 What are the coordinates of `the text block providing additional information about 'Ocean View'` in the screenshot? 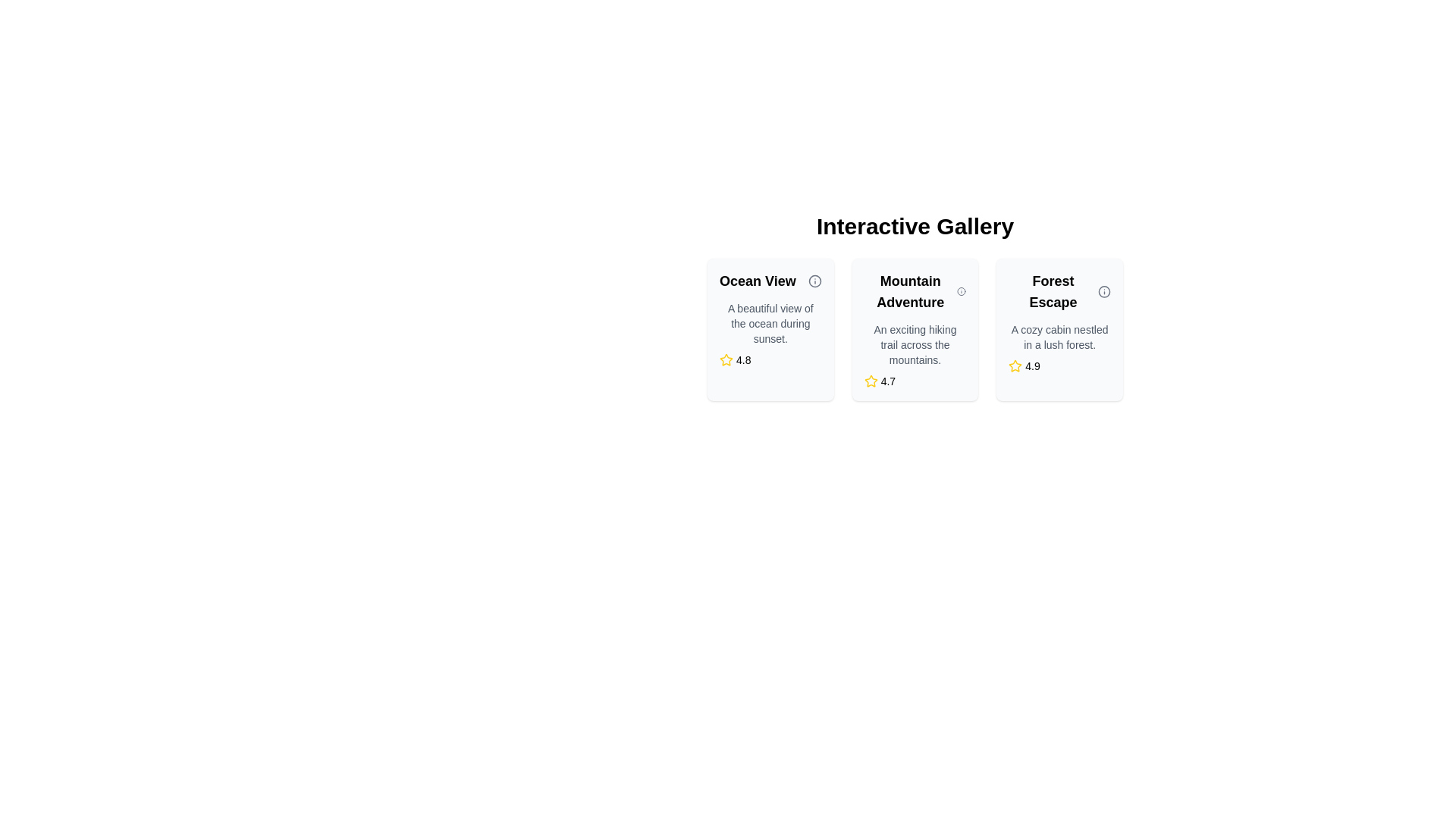 It's located at (770, 323).